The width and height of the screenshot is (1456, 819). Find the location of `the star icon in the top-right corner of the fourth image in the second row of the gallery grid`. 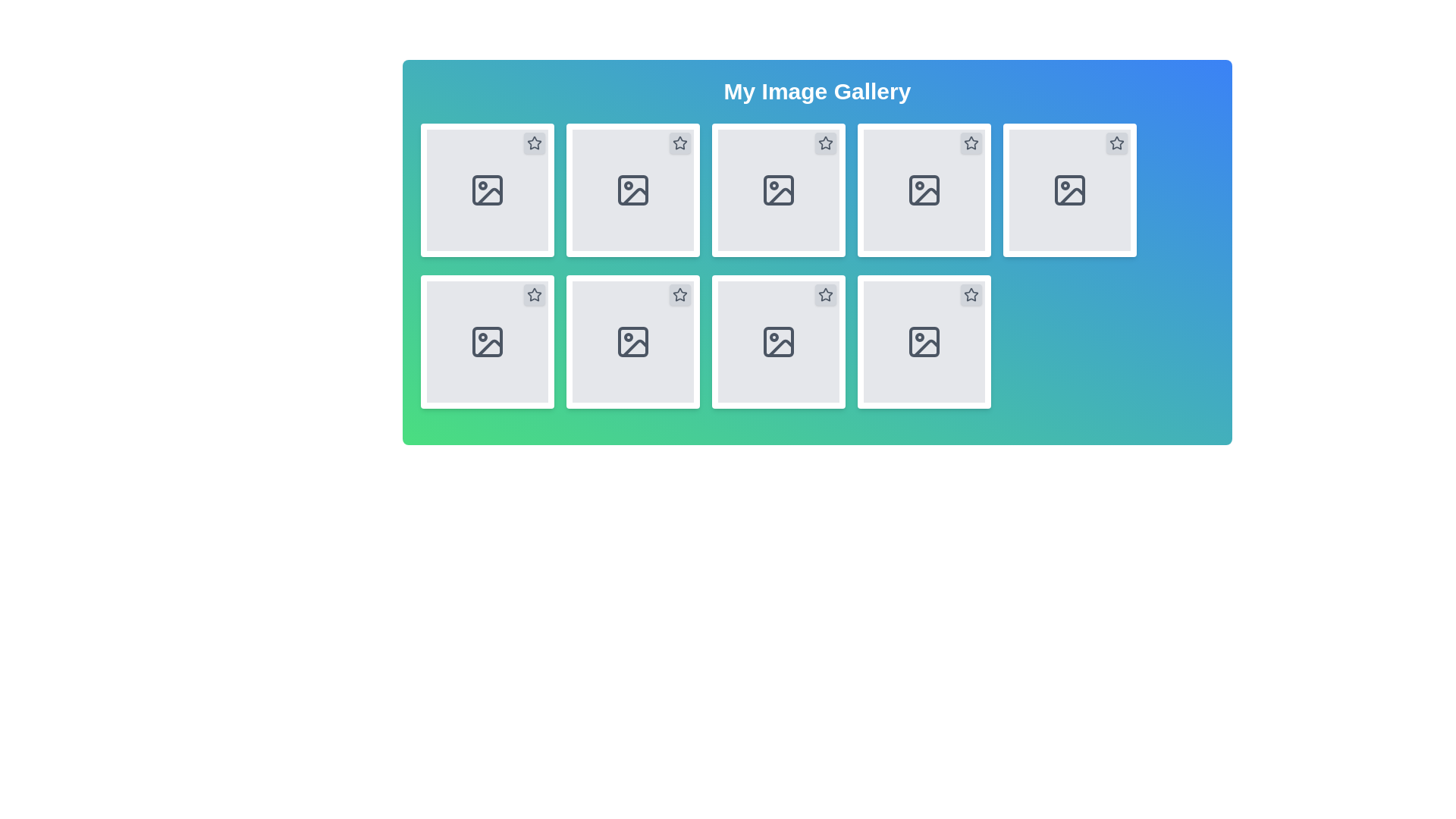

the star icon in the top-right corner of the fourth image in the second row of the gallery grid is located at coordinates (679, 295).